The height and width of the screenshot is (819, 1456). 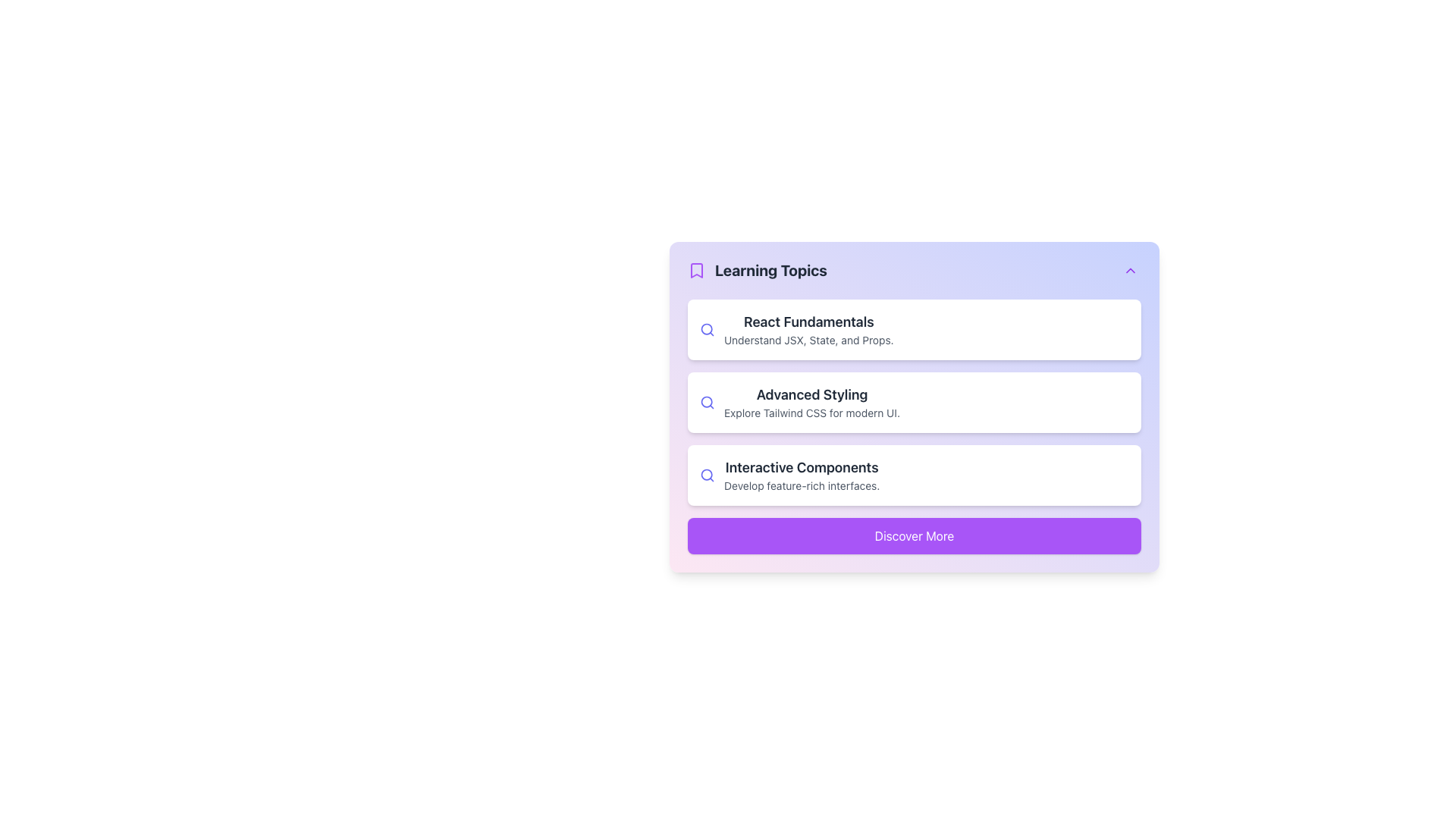 What do you see at coordinates (801, 475) in the screenshot?
I see `the Descriptive Text Block that displays 'Interactive Components' and 'Develop feature-rich interfaces', which is the third item in a vertically stacked list under the 'Learning Topics' heading` at bounding box center [801, 475].